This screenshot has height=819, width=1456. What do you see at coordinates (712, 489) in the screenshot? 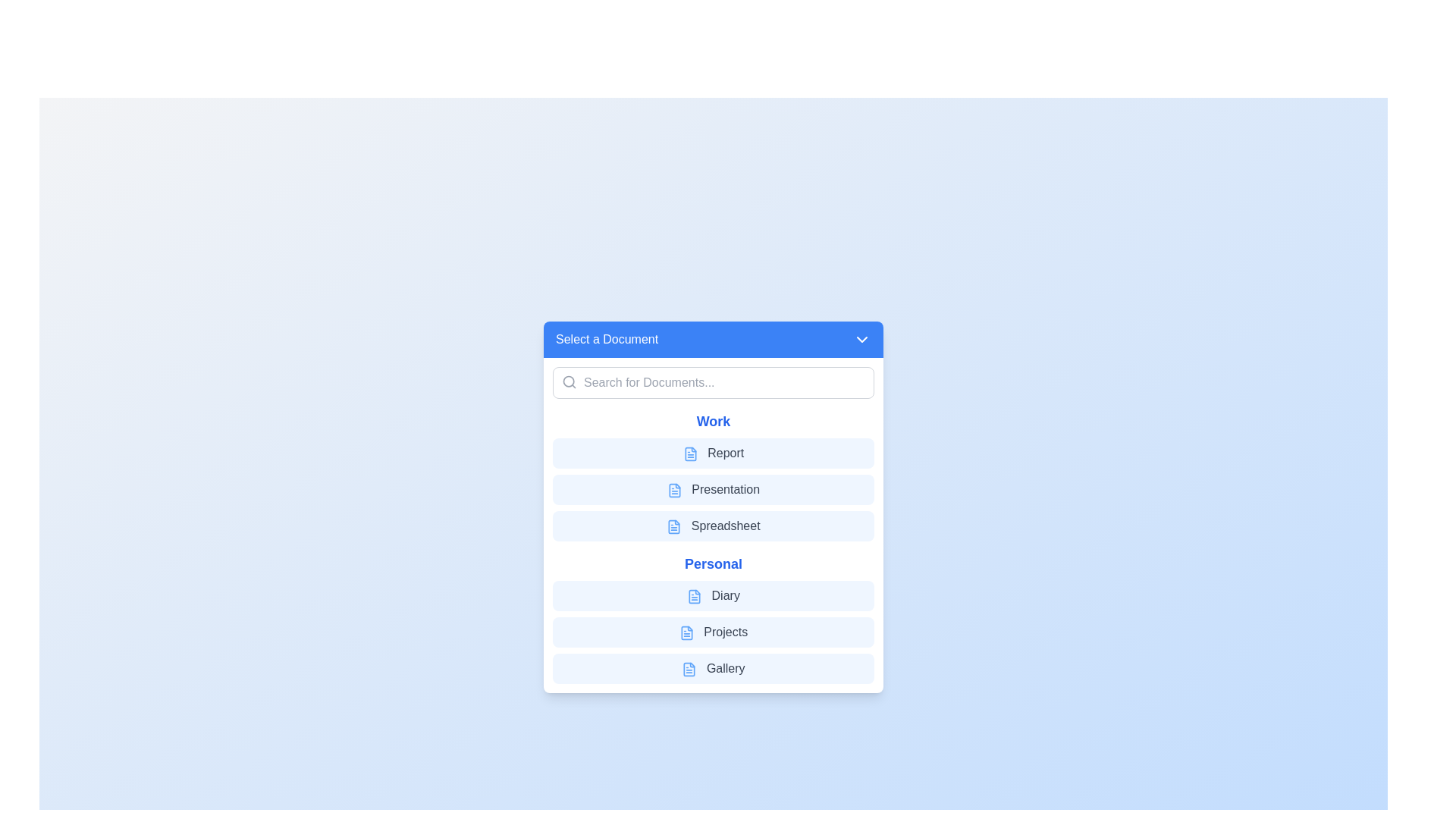
I see `the rectangular button labeled 'Presentation' with a light blue background and a document icon, located under the 'Work' category` at bounding box center [712, 489].